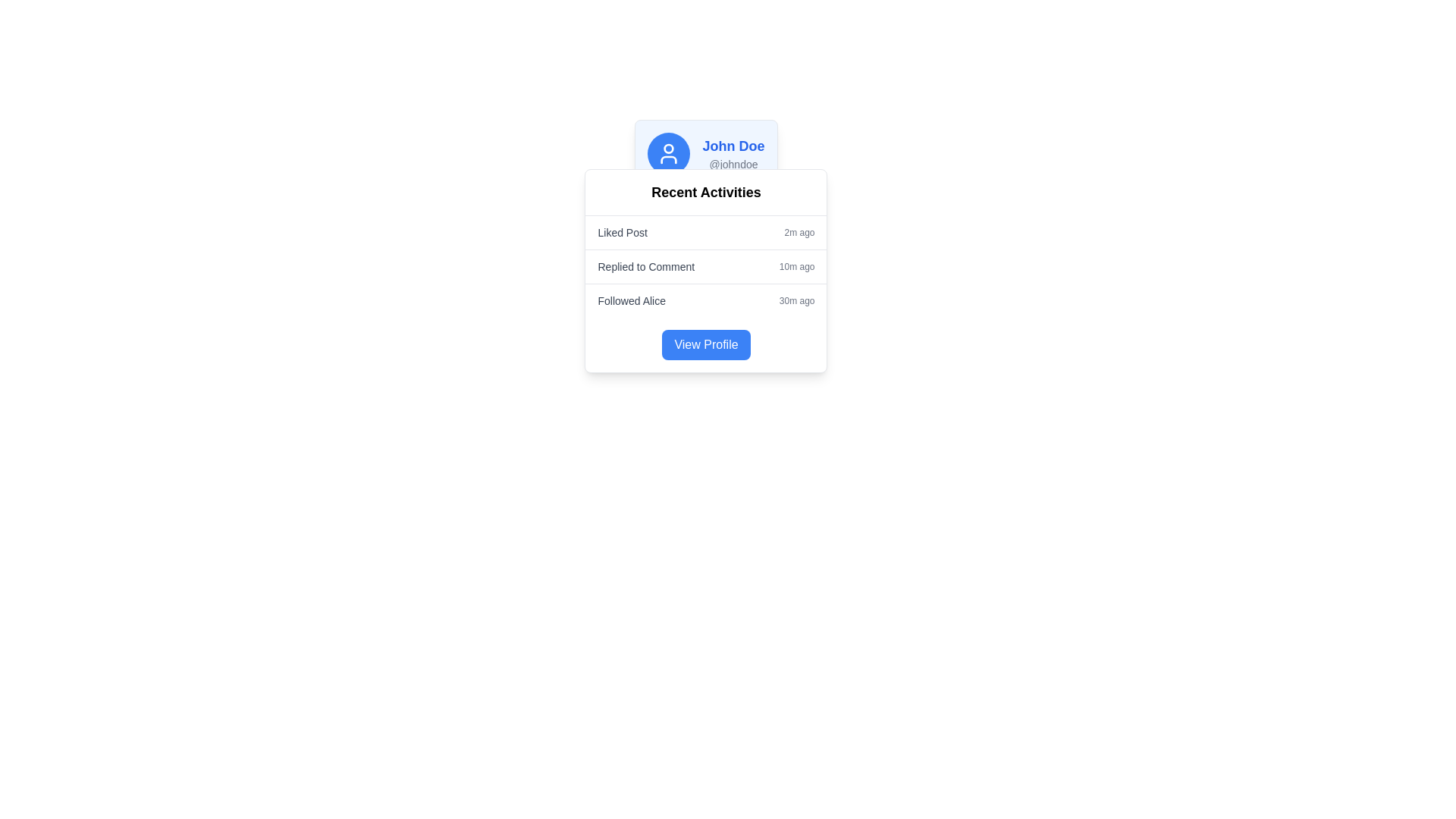 The width and height of the screenshot is (1456, 819). I want to click on the username label located directly below 'John Doe' in the user profile header, so click(733, 164).